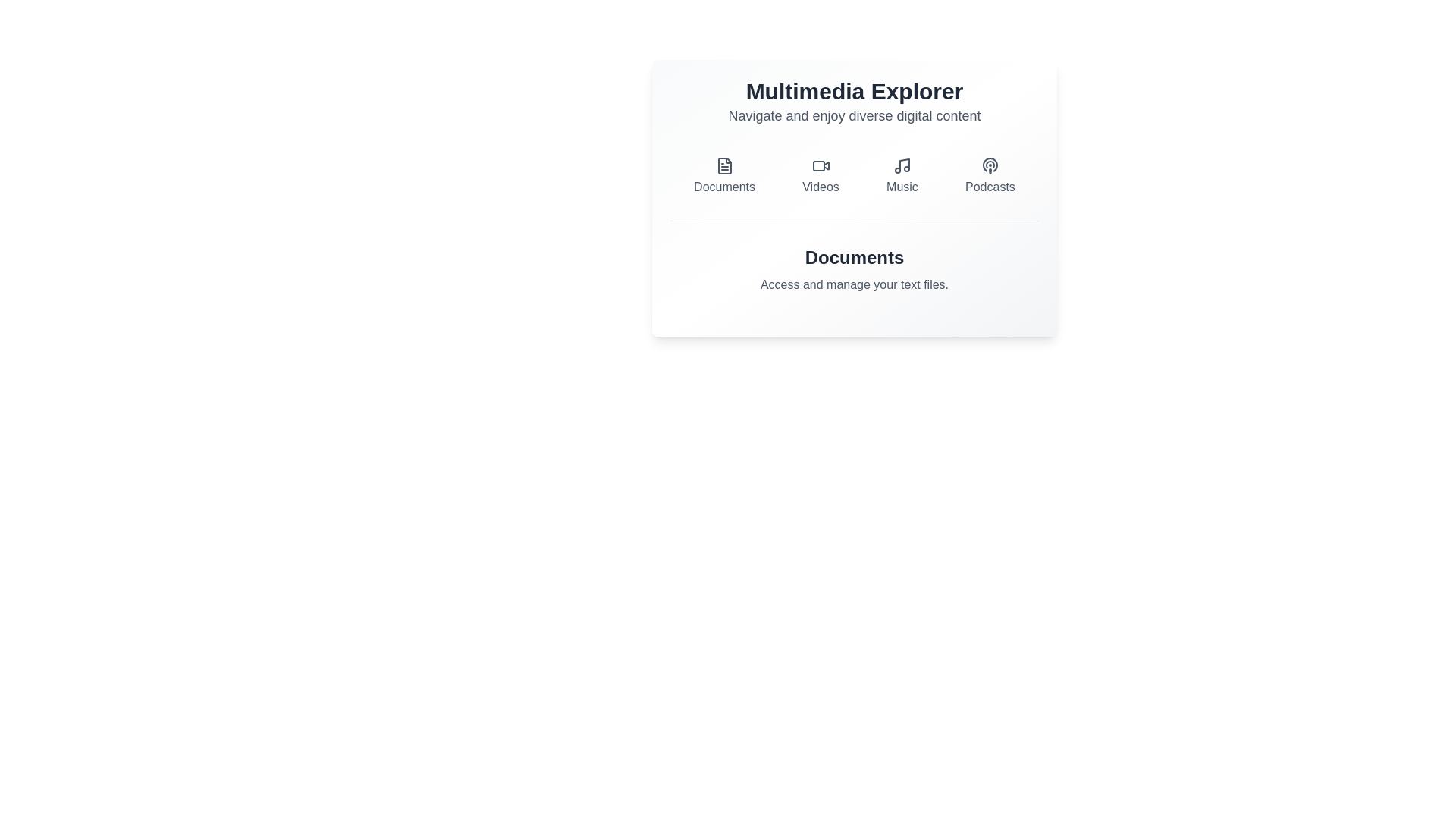 The width and height of the screenshot is (1456, 819). What do you see at coordinates (902, 175) in the screenshot?
I see `the Music button to switch to the corresponding tab` at bounding box center [902, 175].